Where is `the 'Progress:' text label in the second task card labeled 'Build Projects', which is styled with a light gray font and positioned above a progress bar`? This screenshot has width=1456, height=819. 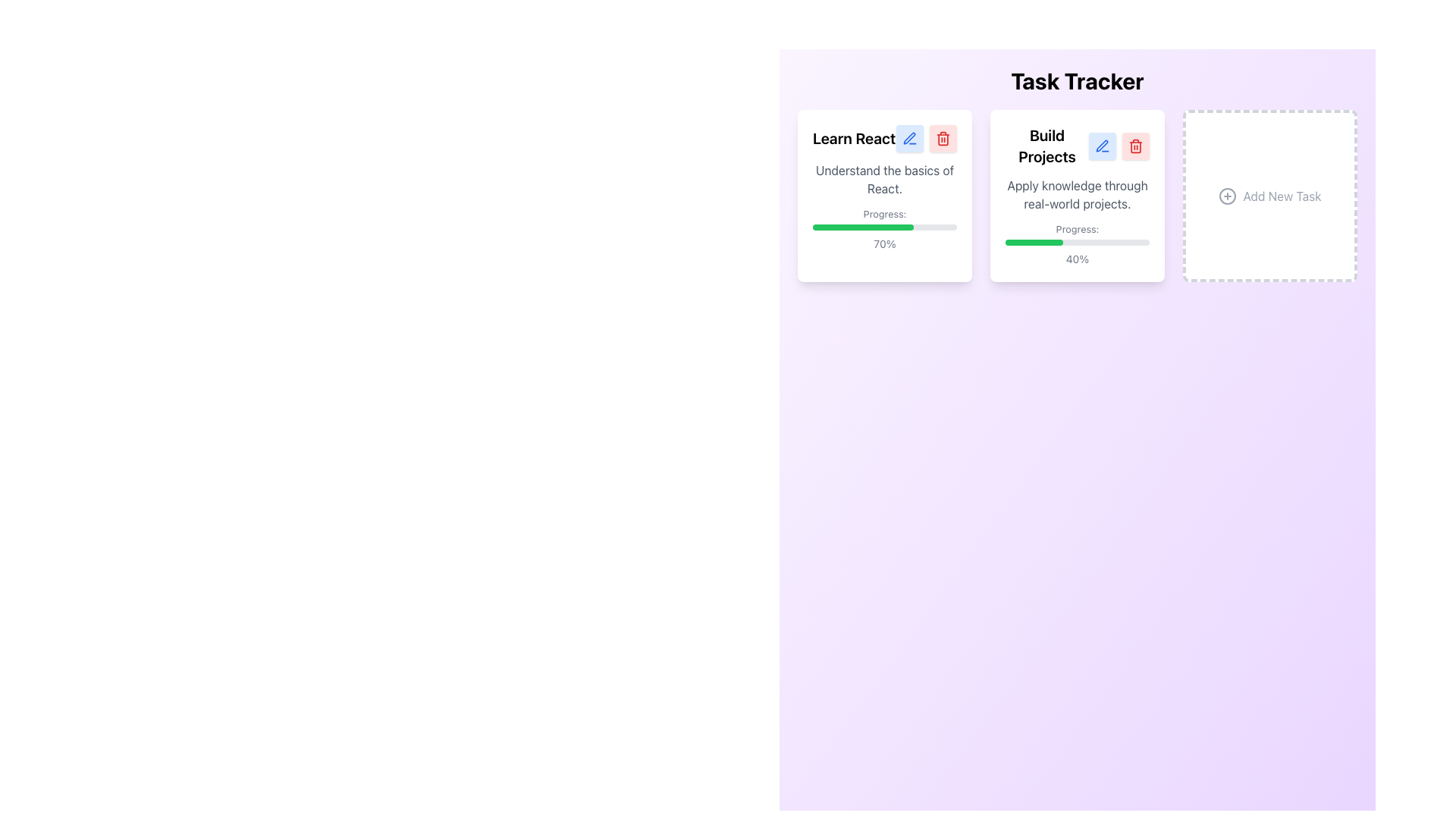
the 'Progress:' text label in the second task card labeled 'Build Projects', which is styled with a light gray font and positioned above a progress bar is located at coordinates (1076, 228).